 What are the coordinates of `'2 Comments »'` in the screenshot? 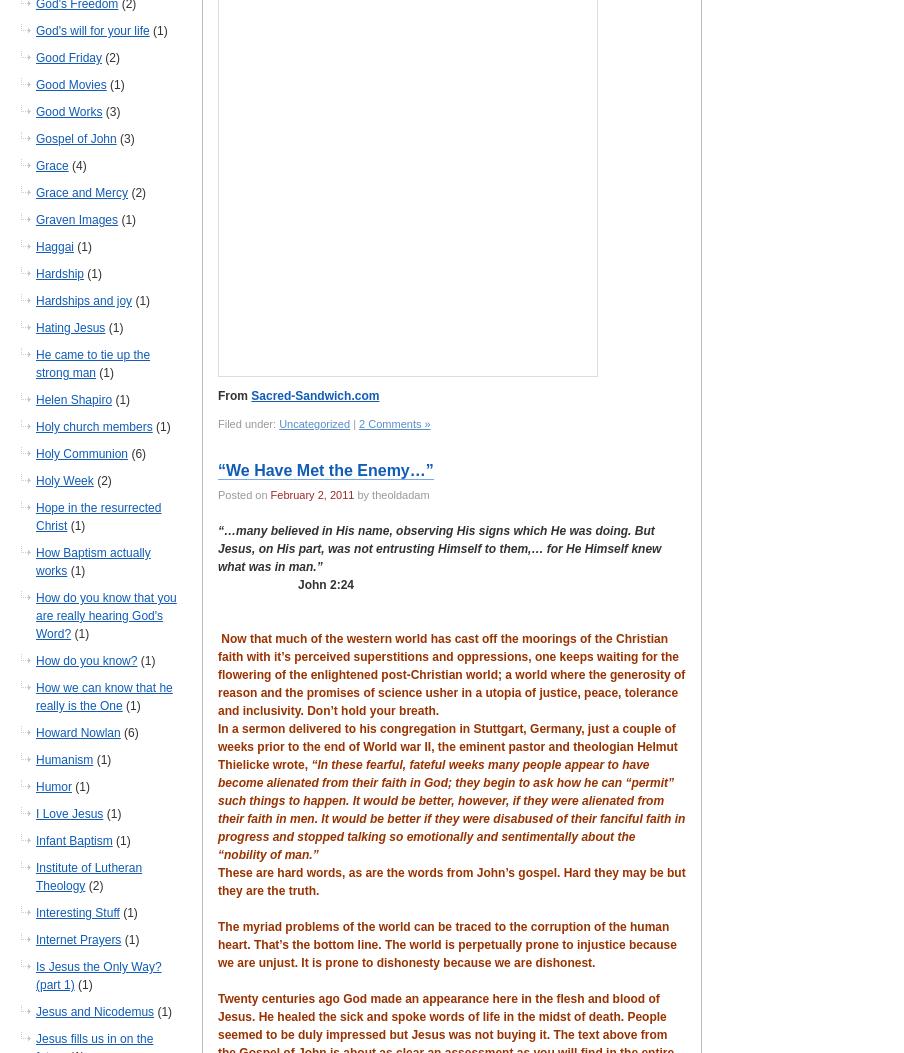 It's located at (393, 424).